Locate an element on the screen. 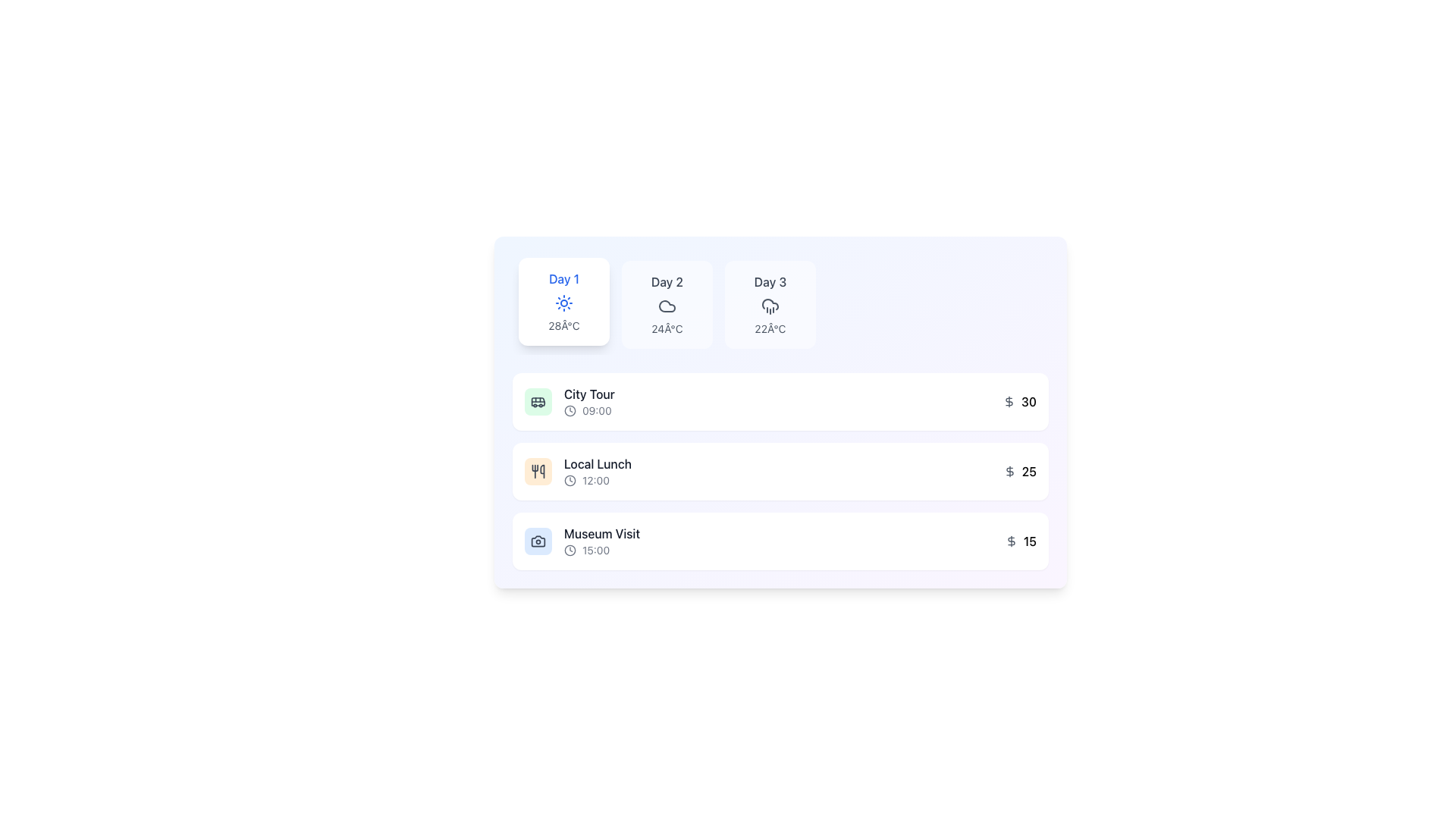 The image size is (1456, 819). the text '09:00' with a clock icon located in the 'City Tour' row of activities is located at coordinates (588, 411).